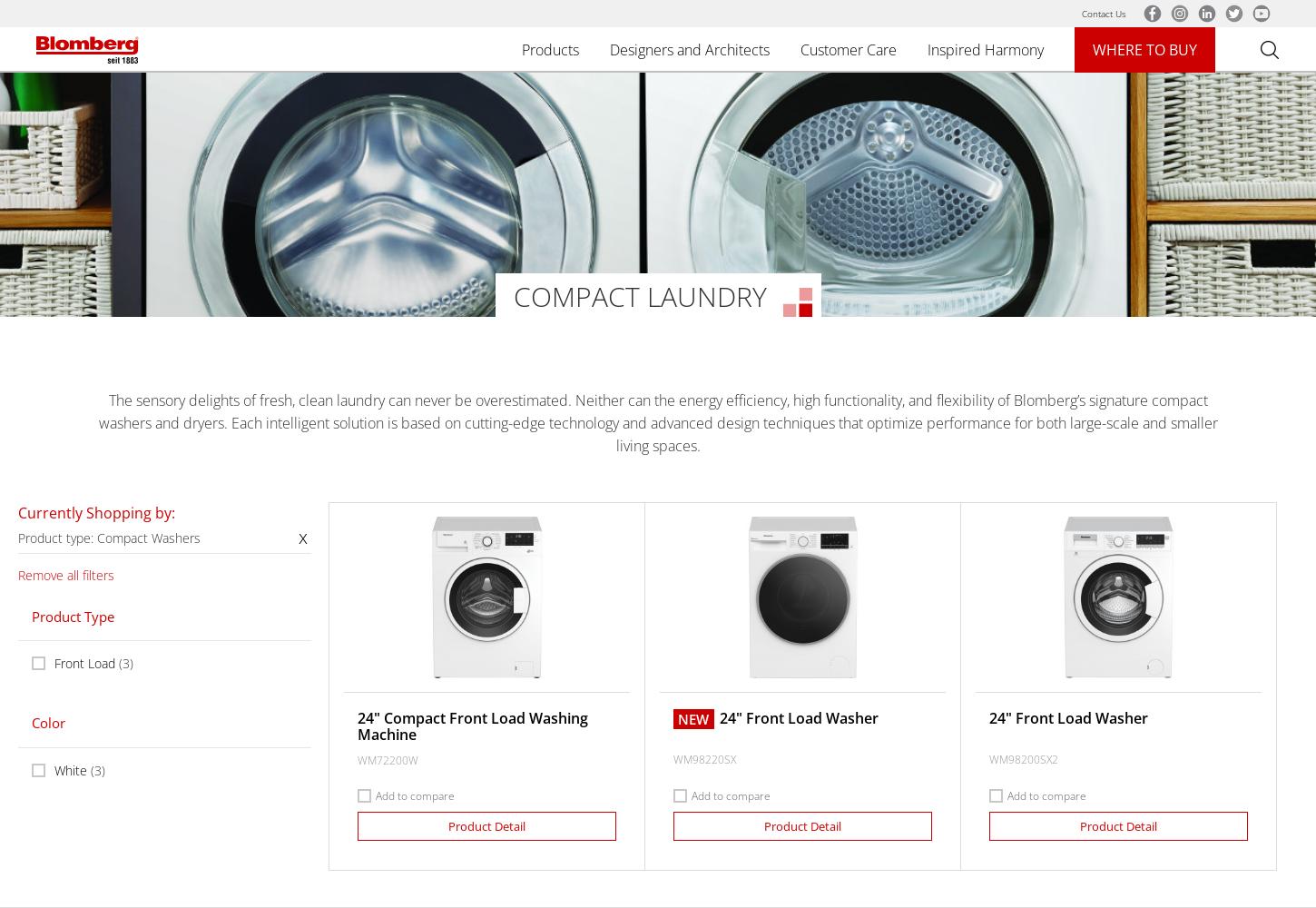  I want to click on 'White', so click(71, 768).